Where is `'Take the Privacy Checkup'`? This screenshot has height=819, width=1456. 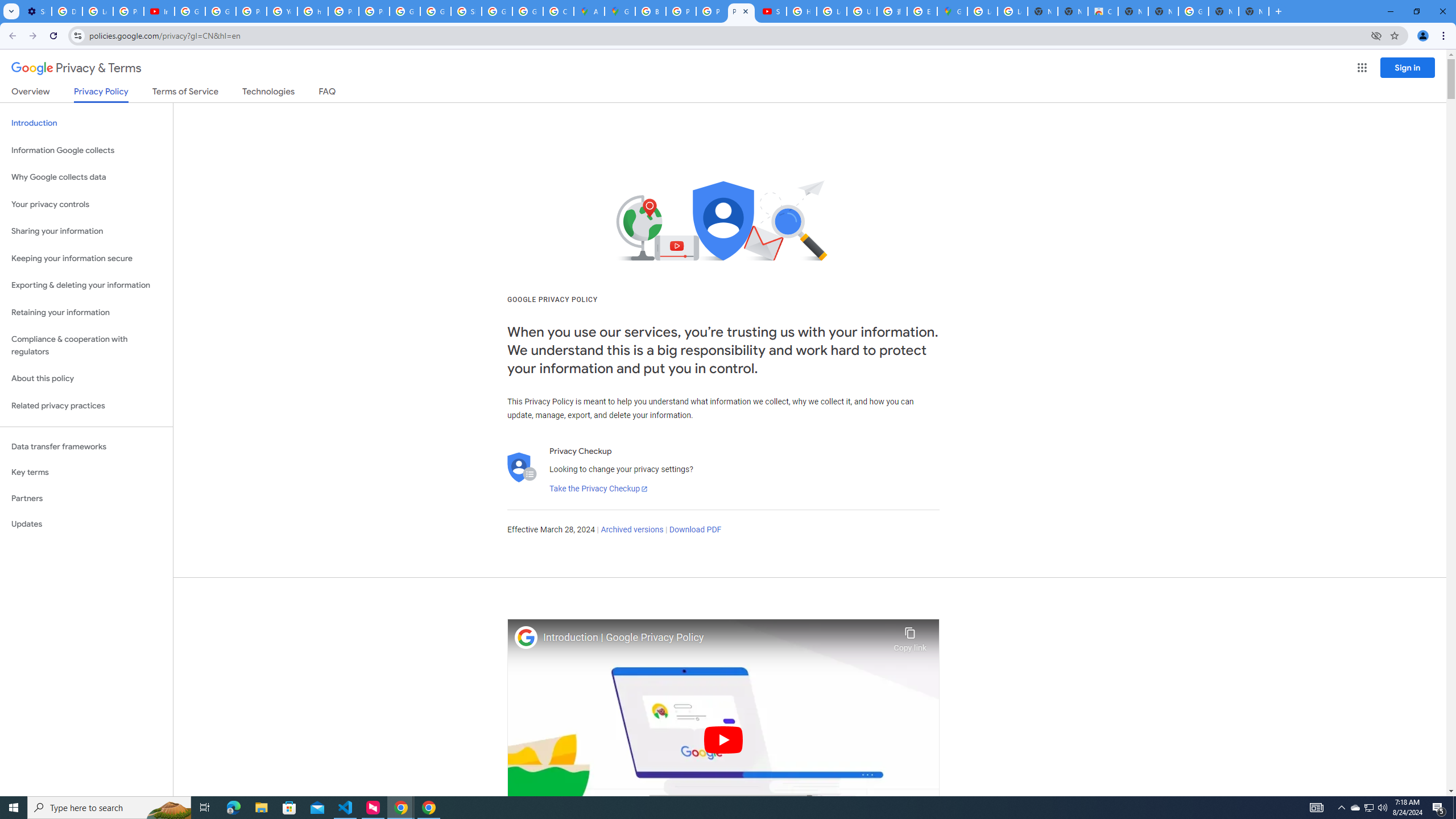
'Take the Privacy Checkup' is located at coordinates (598, 488).